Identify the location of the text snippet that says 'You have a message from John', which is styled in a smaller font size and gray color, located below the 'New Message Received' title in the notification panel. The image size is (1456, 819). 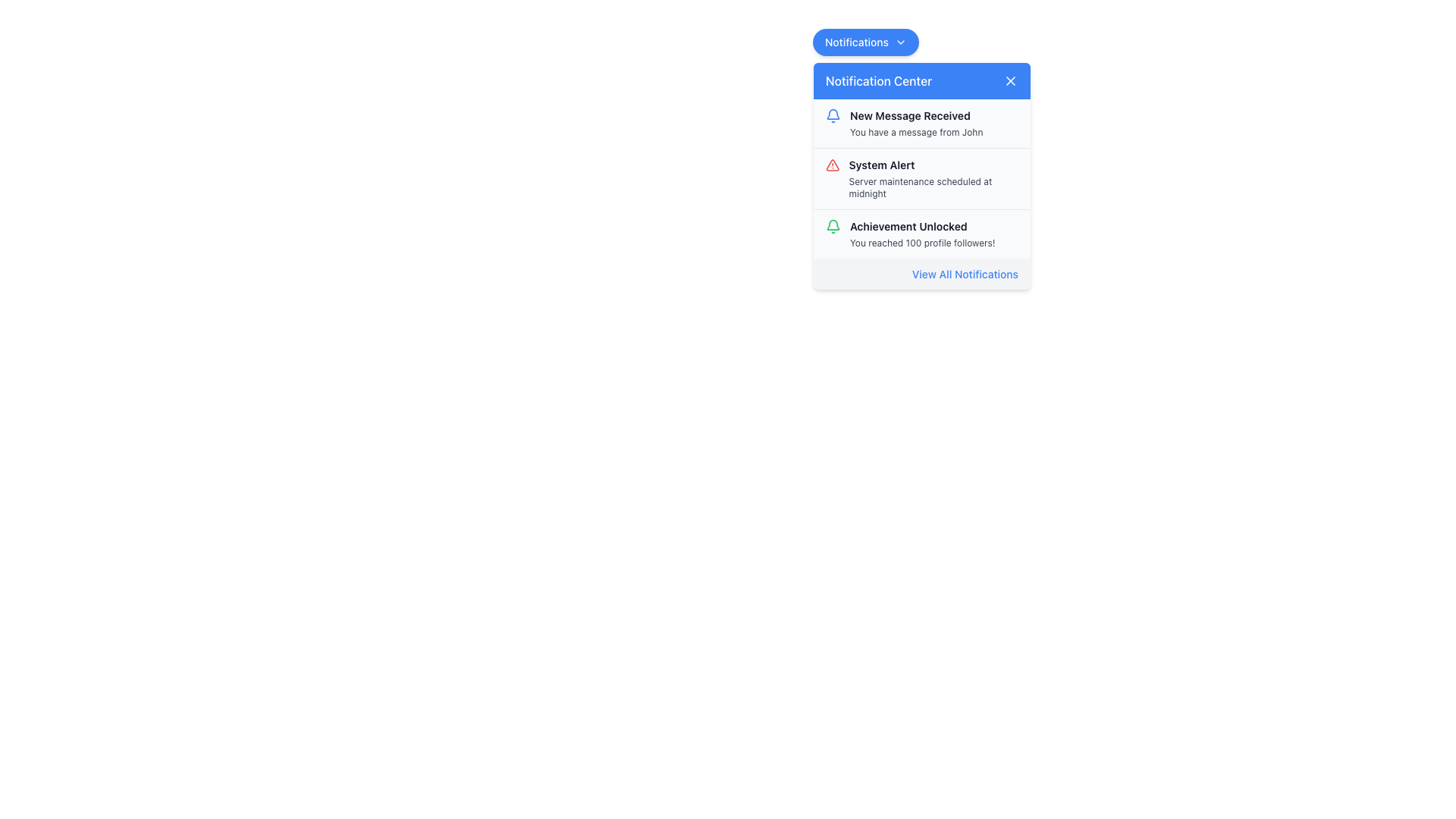
(915, 131).